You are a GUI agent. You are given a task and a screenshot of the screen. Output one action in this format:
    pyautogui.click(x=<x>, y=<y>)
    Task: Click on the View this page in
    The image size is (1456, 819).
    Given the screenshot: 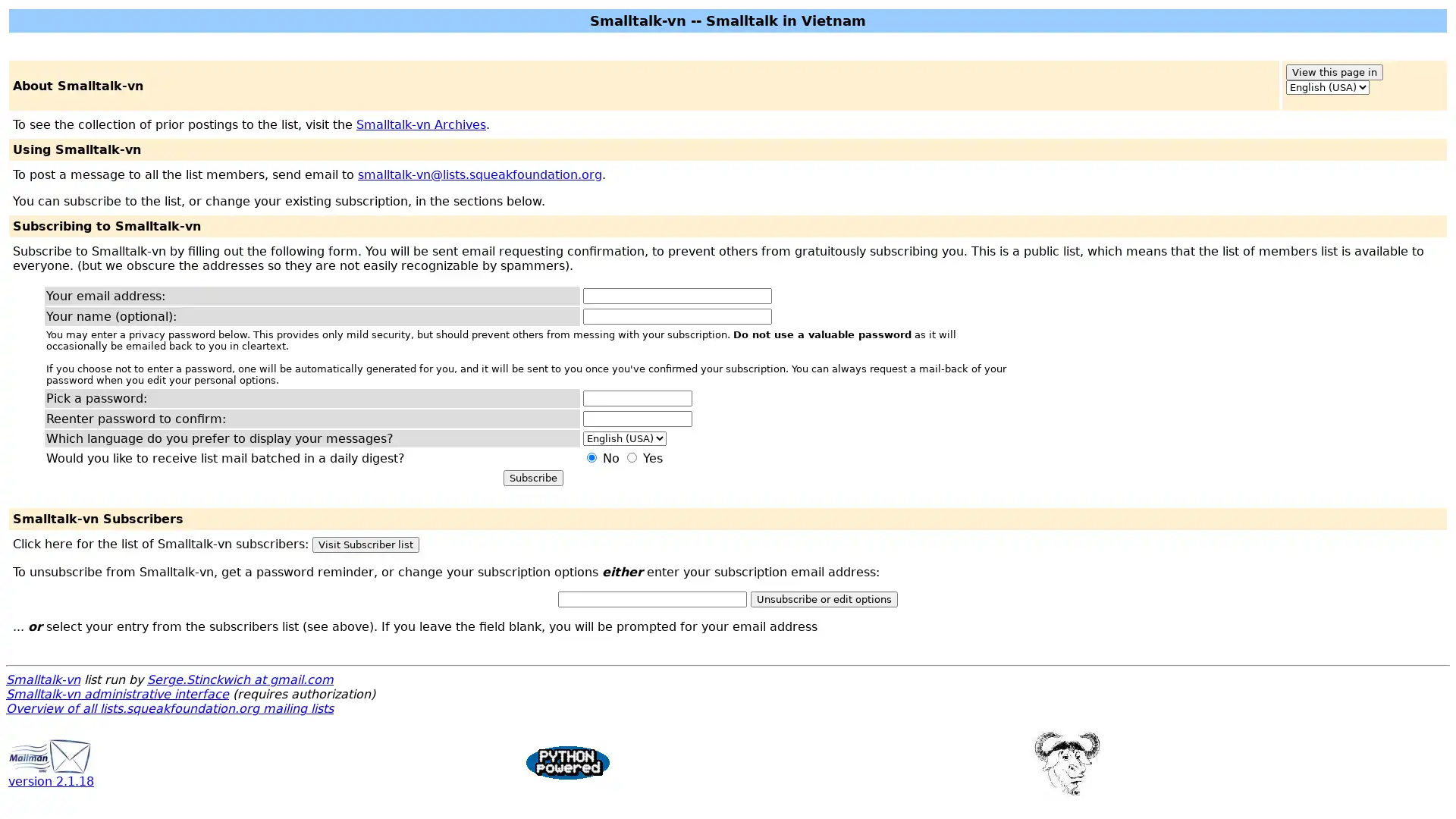 What is the action you would take?
    pyautogui.click(x=1335, y=72)
    